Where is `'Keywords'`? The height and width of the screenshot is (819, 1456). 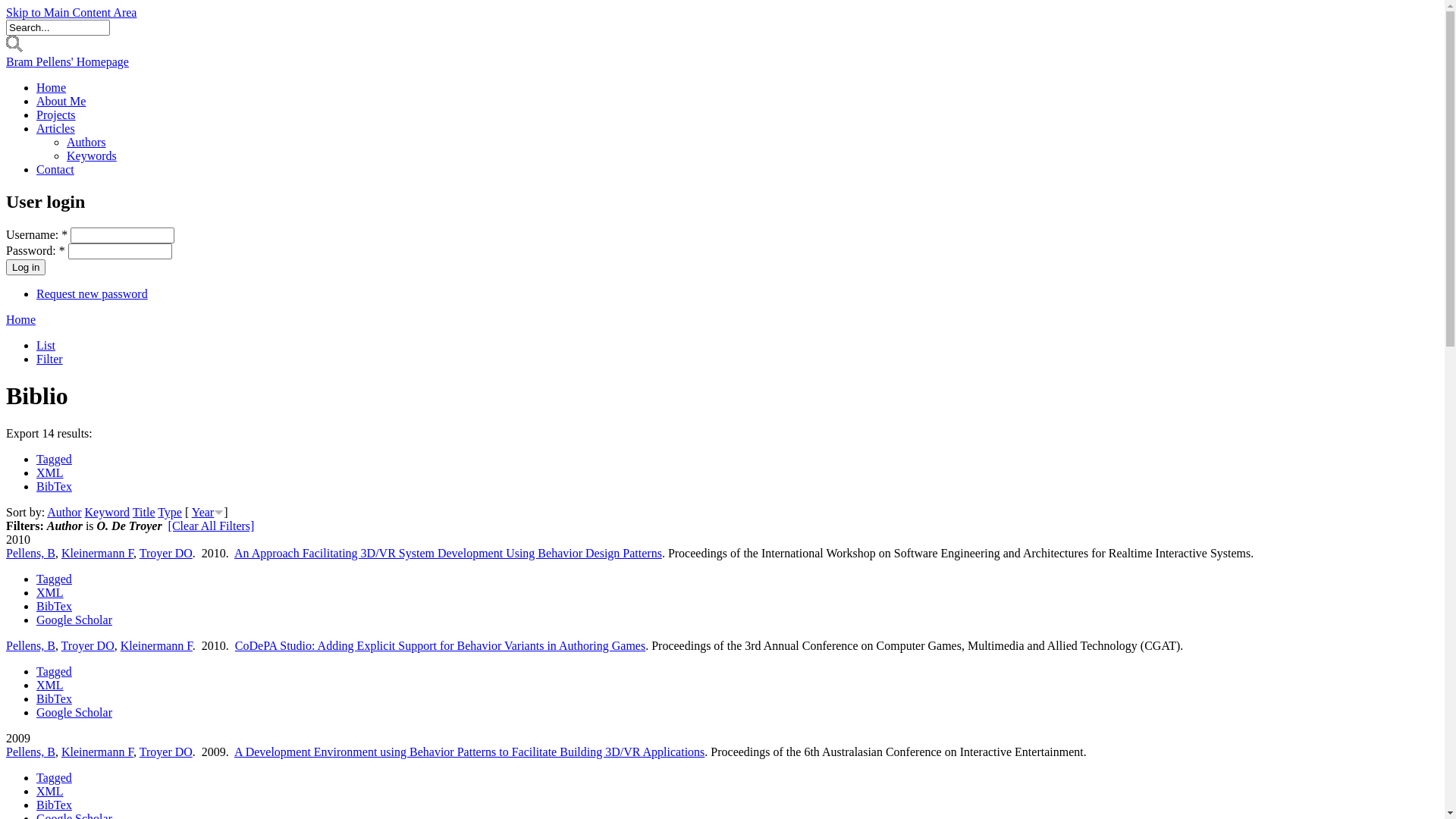 'Keywords' is located at coordinates (65, 155).